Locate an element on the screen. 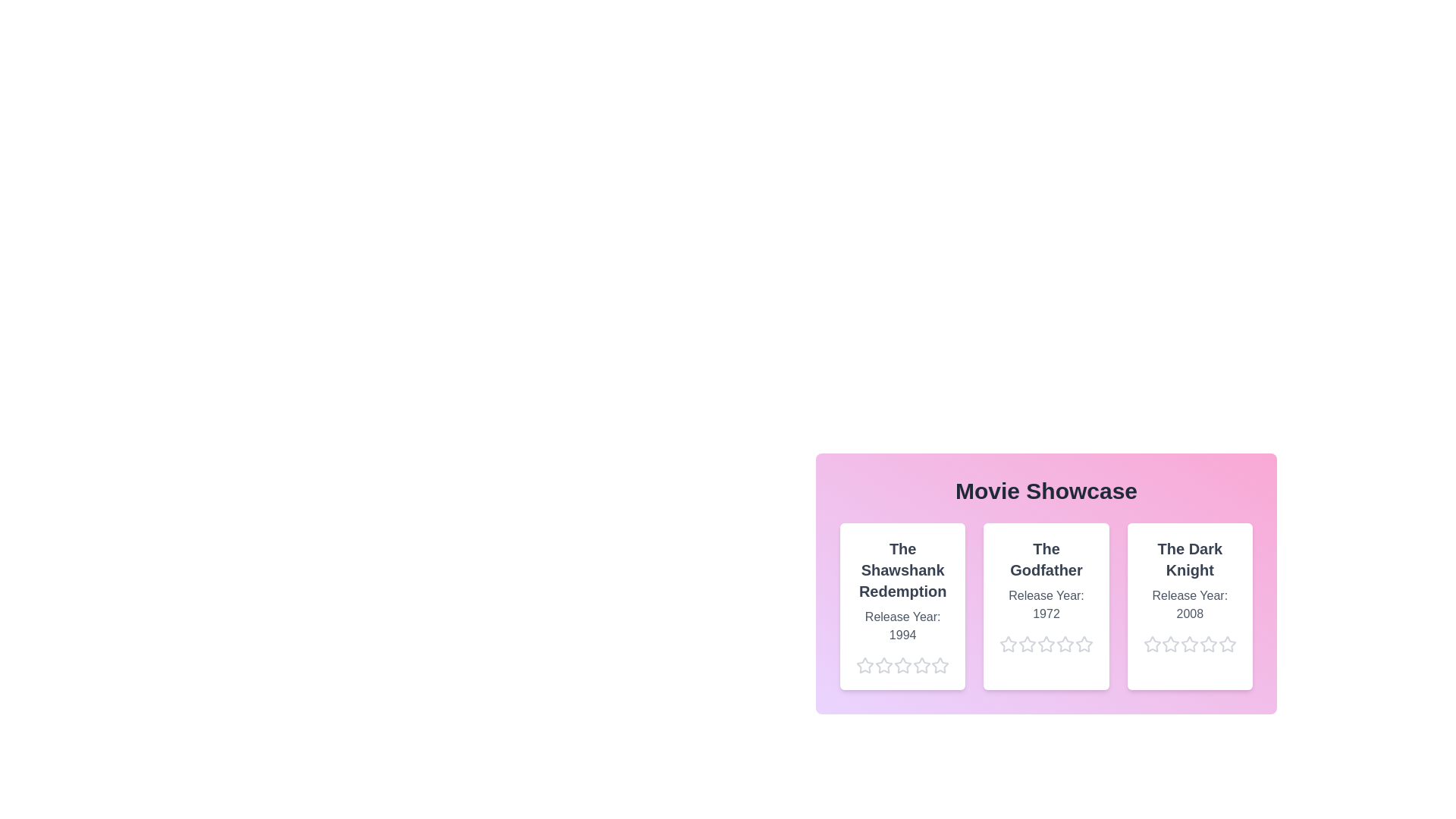  the star corresponding to 4 stars for the movie The Godfather is located at coordinates (1055, 644).